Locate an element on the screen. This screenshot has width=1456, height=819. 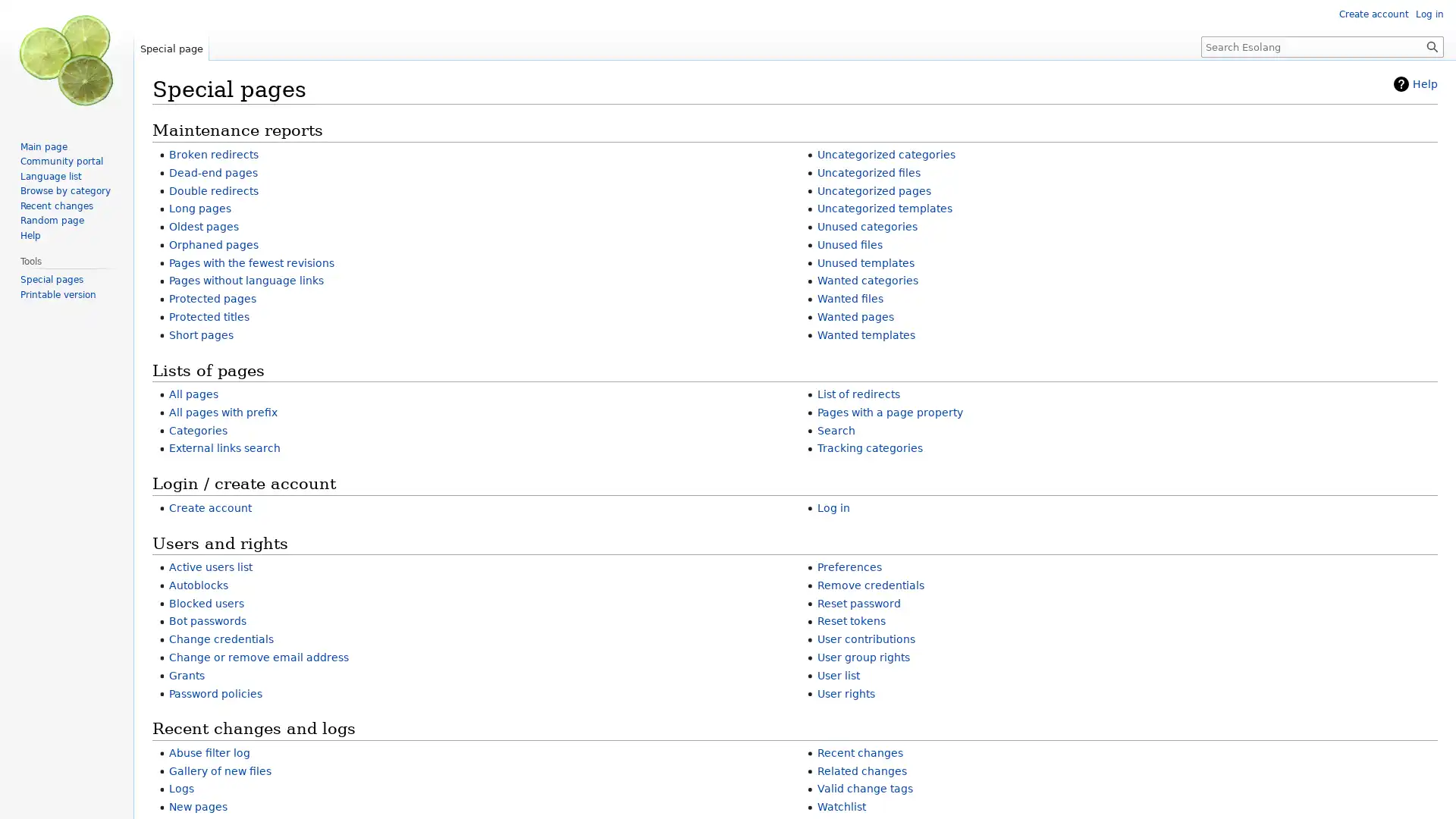
Search is located at coordinates (1432, 45).